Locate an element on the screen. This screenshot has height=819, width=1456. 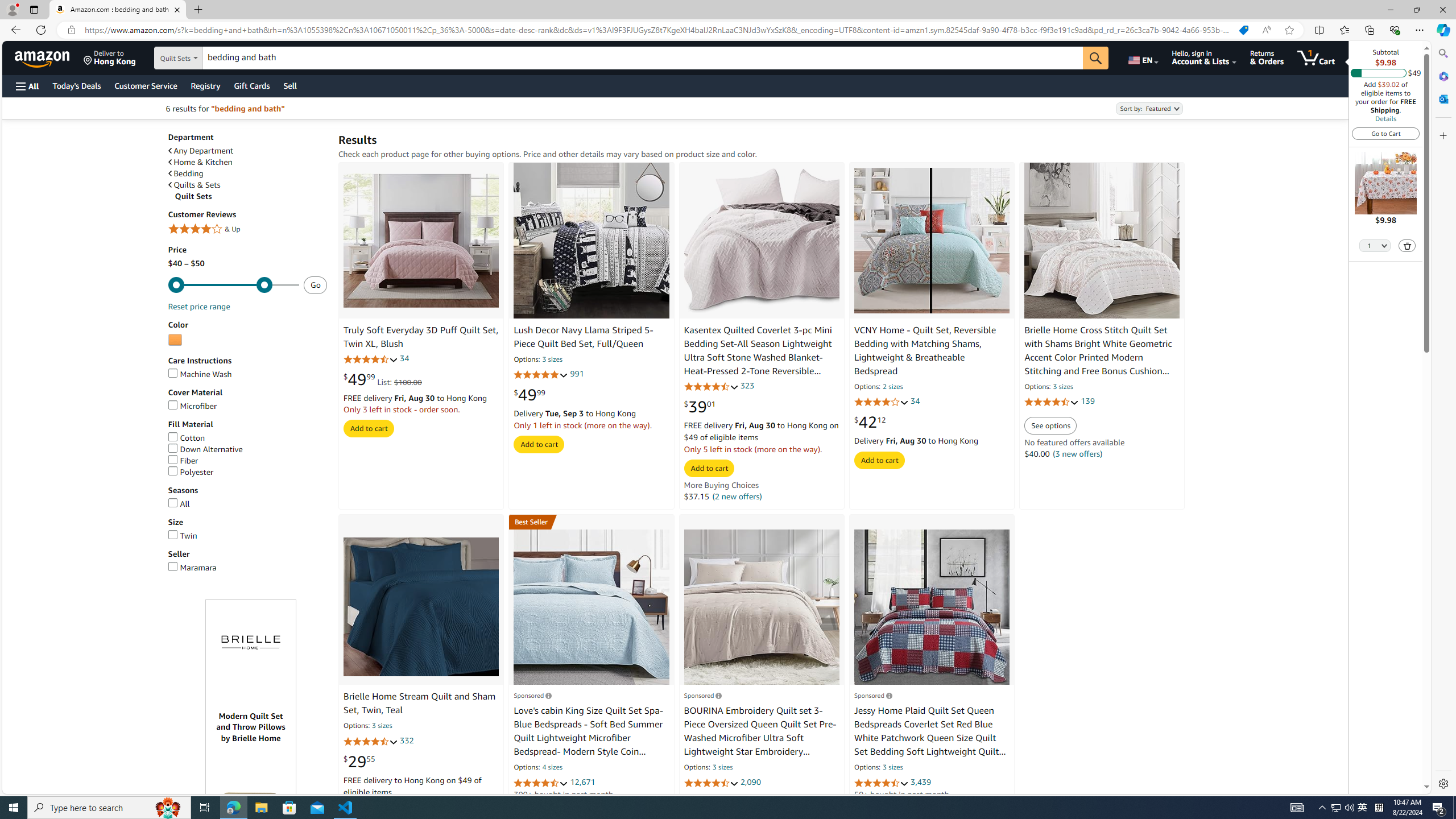
'(3 new offers)' is located at coordinates (1077, 453).